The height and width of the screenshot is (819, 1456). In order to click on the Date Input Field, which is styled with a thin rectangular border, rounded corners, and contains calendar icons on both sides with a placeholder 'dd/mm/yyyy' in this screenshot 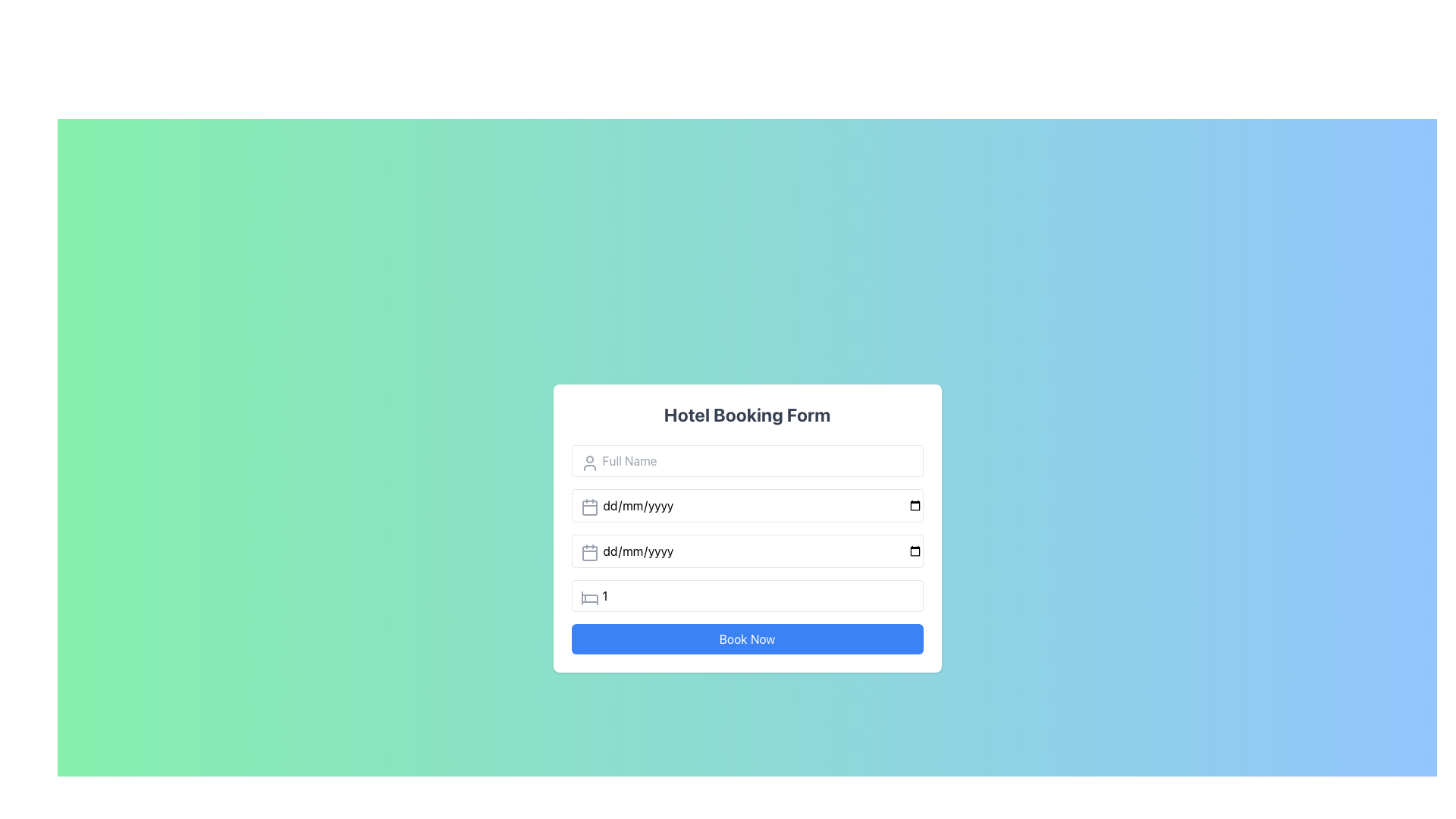, I will do `click(747, 551)`.